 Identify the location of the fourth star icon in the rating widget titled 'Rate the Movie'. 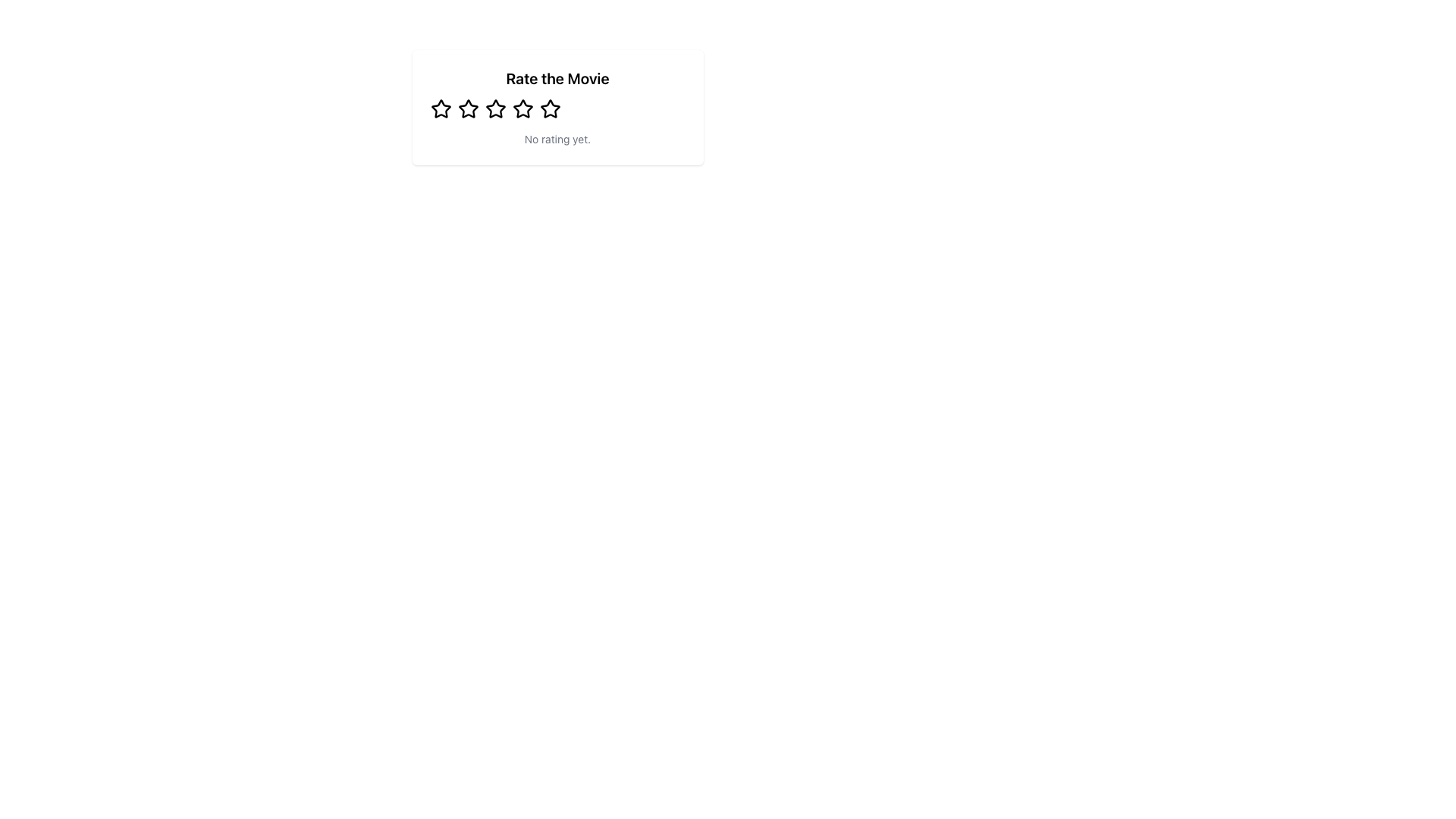
(495, 108).